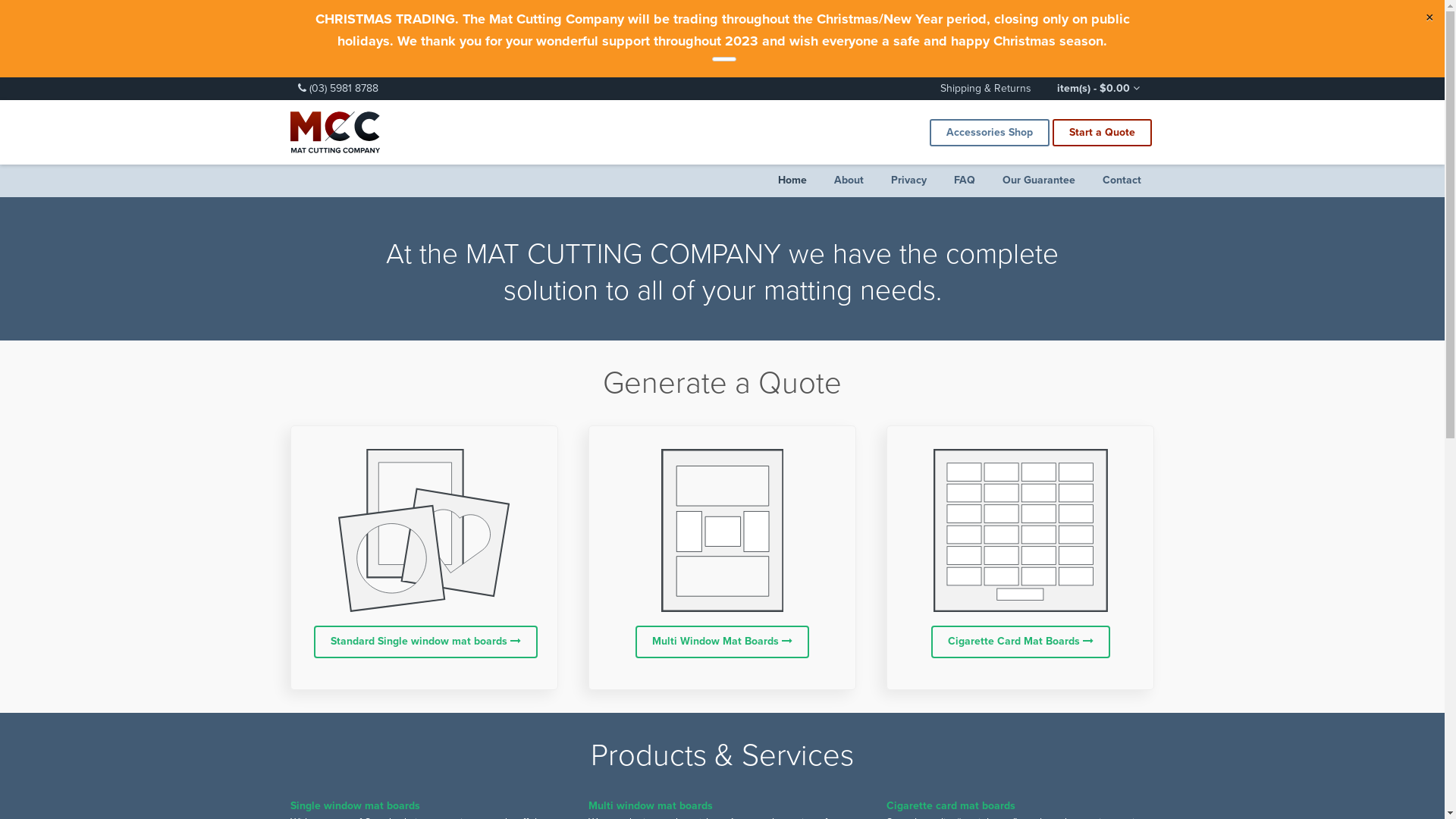 The image size is (1456, 819). Describe the element at coordinates (792, 180) in the screenshot. I see `'Home'` at that location.